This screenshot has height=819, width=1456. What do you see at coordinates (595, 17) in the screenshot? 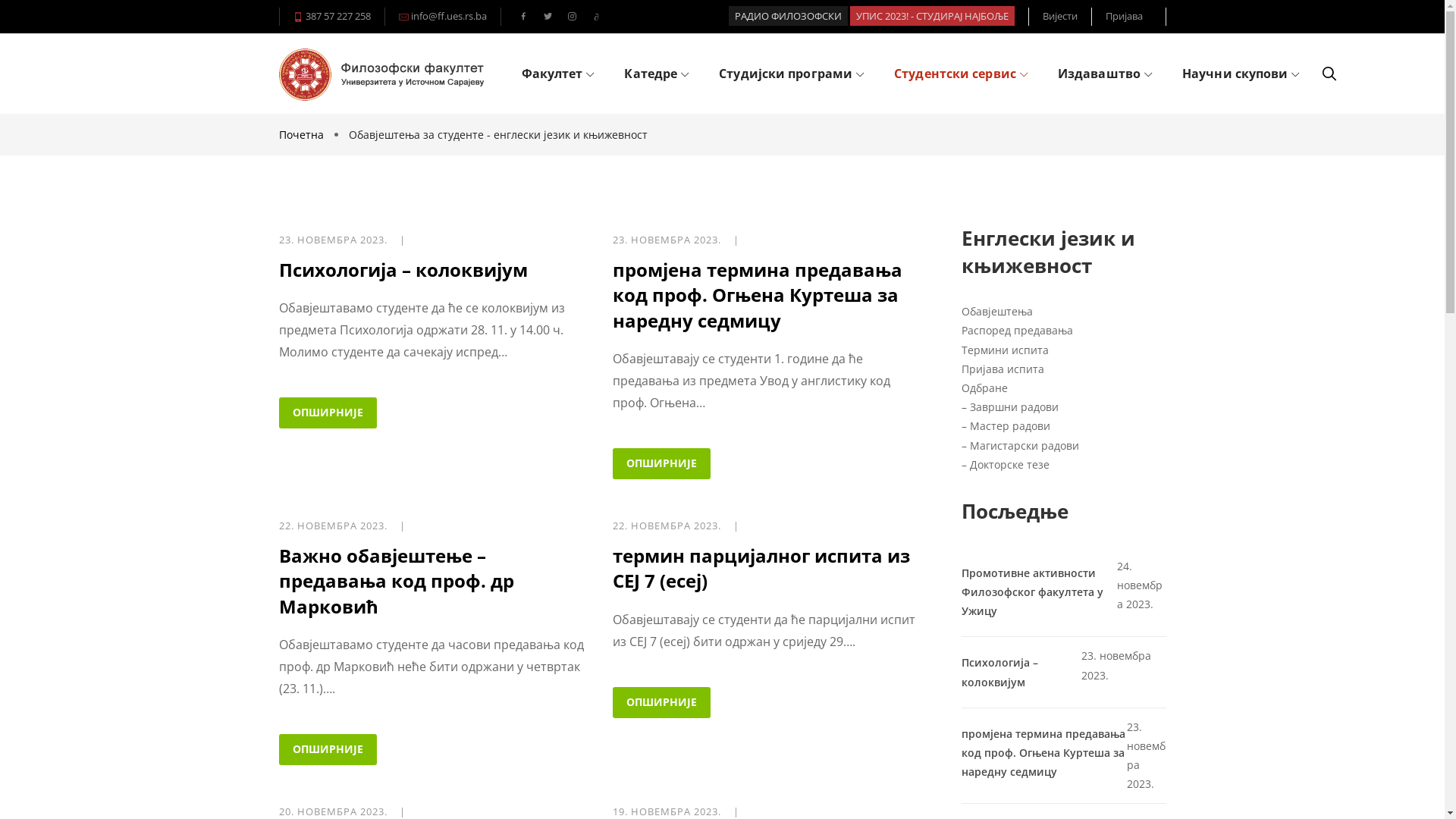
I see `'Youtube'` at bounding box center [595, 17].